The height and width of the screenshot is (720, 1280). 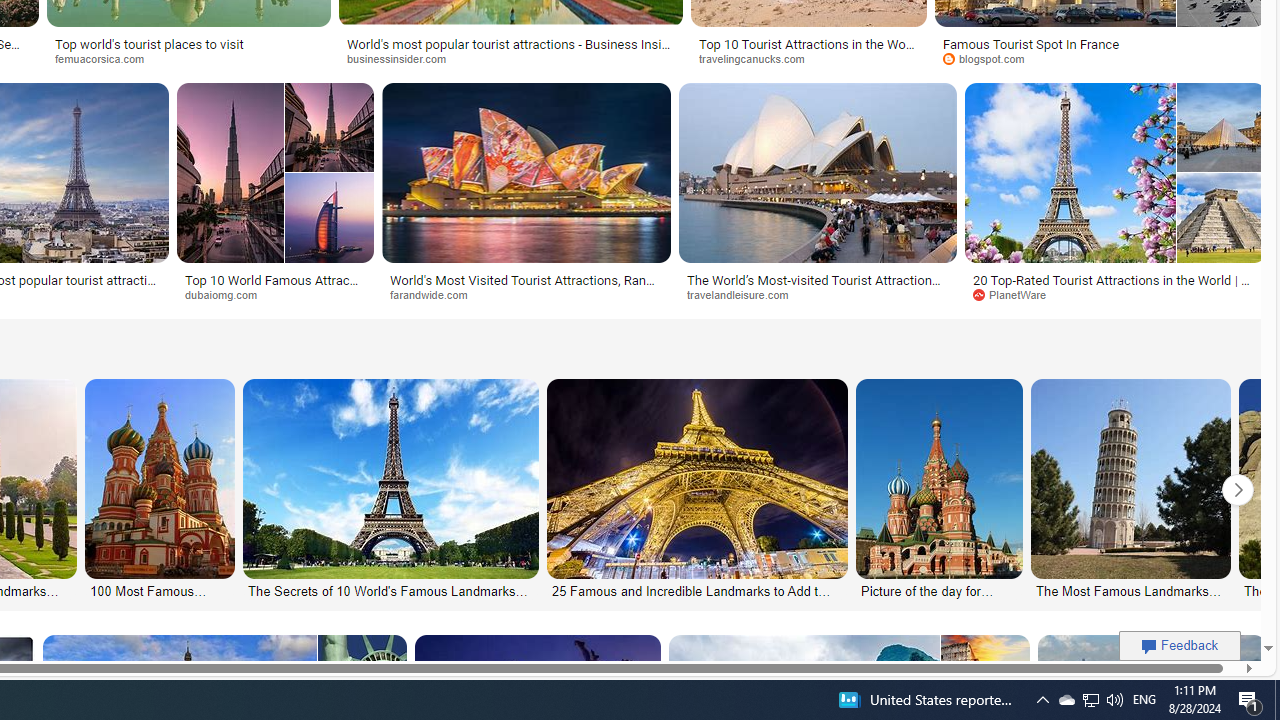 What do you see at coordinates (1099, 44) in the screenshot?
I see `'Famous Tourist Spot In France'` at bounding box center [1099, 44].